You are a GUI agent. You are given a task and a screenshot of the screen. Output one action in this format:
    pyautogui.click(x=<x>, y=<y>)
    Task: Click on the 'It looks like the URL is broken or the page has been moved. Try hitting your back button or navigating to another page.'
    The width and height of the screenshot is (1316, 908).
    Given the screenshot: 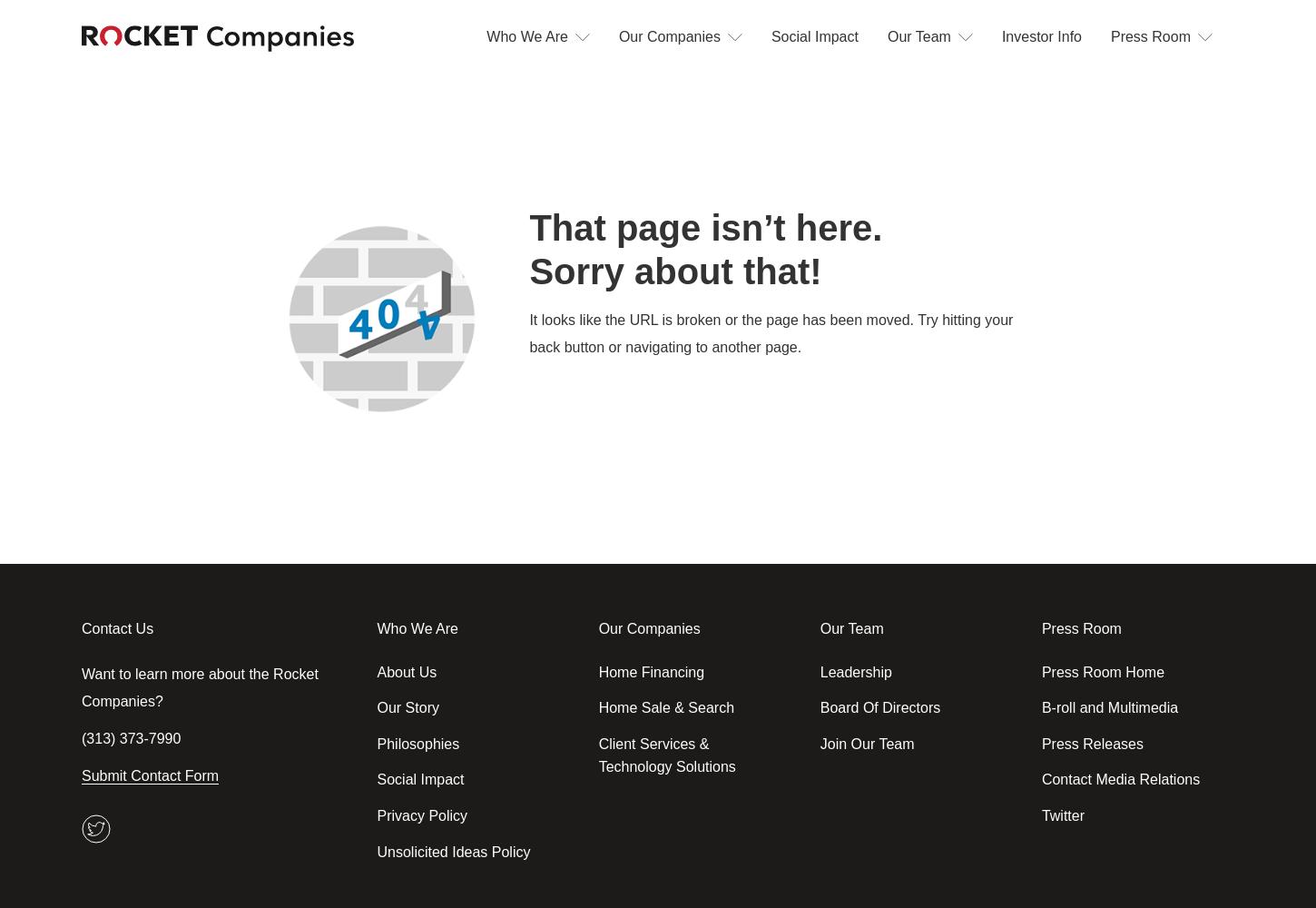 What is the action you would take?
    pyautogui.click(x=529, y=332)
    